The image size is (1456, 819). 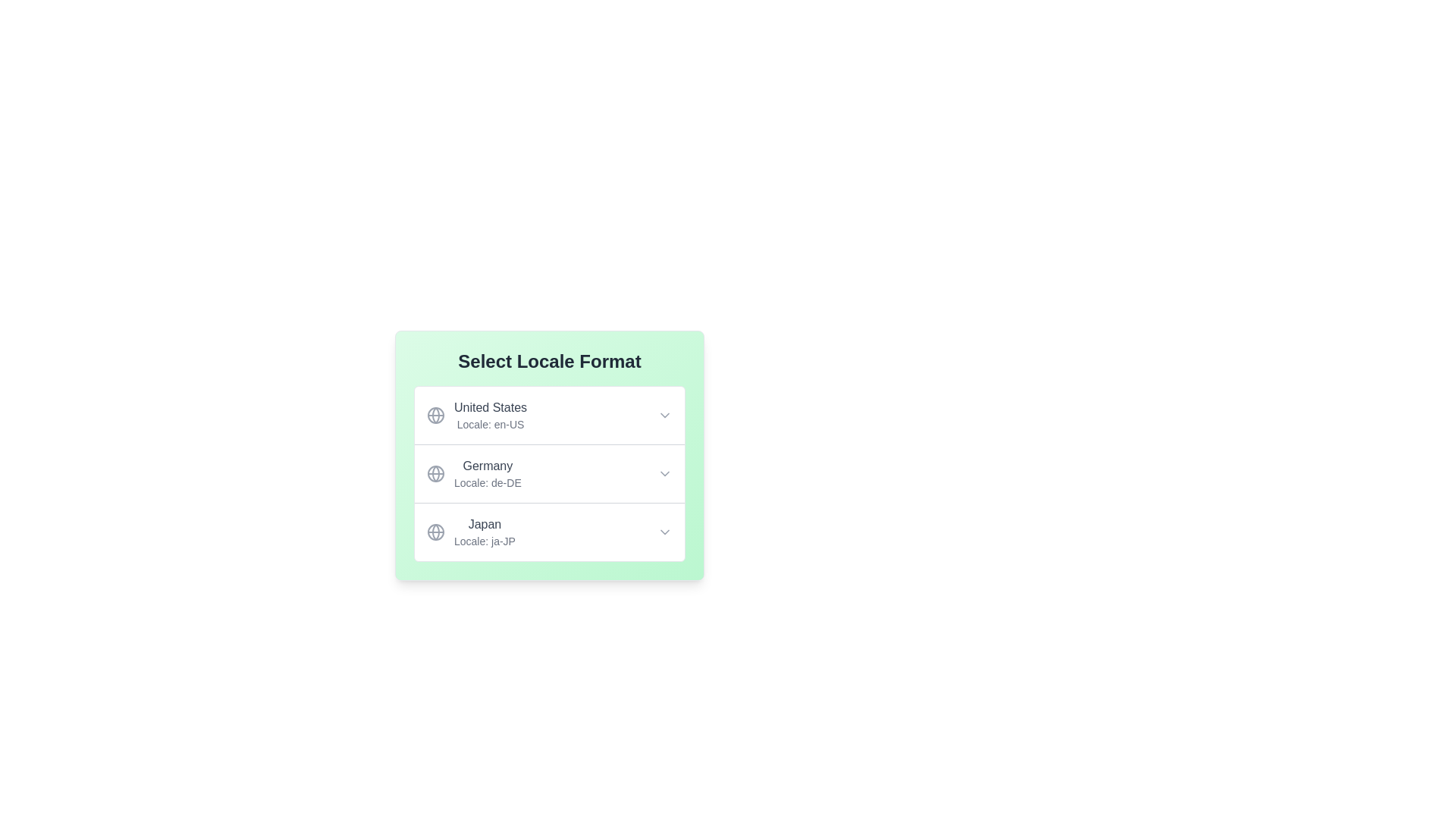 What do you see at coordinates (665, 532) in the screenshot?
I see `the dropdown indicator icon (chevron down) located at the far right end of the 'Japan' locale option` at bounding box center [665, 532].